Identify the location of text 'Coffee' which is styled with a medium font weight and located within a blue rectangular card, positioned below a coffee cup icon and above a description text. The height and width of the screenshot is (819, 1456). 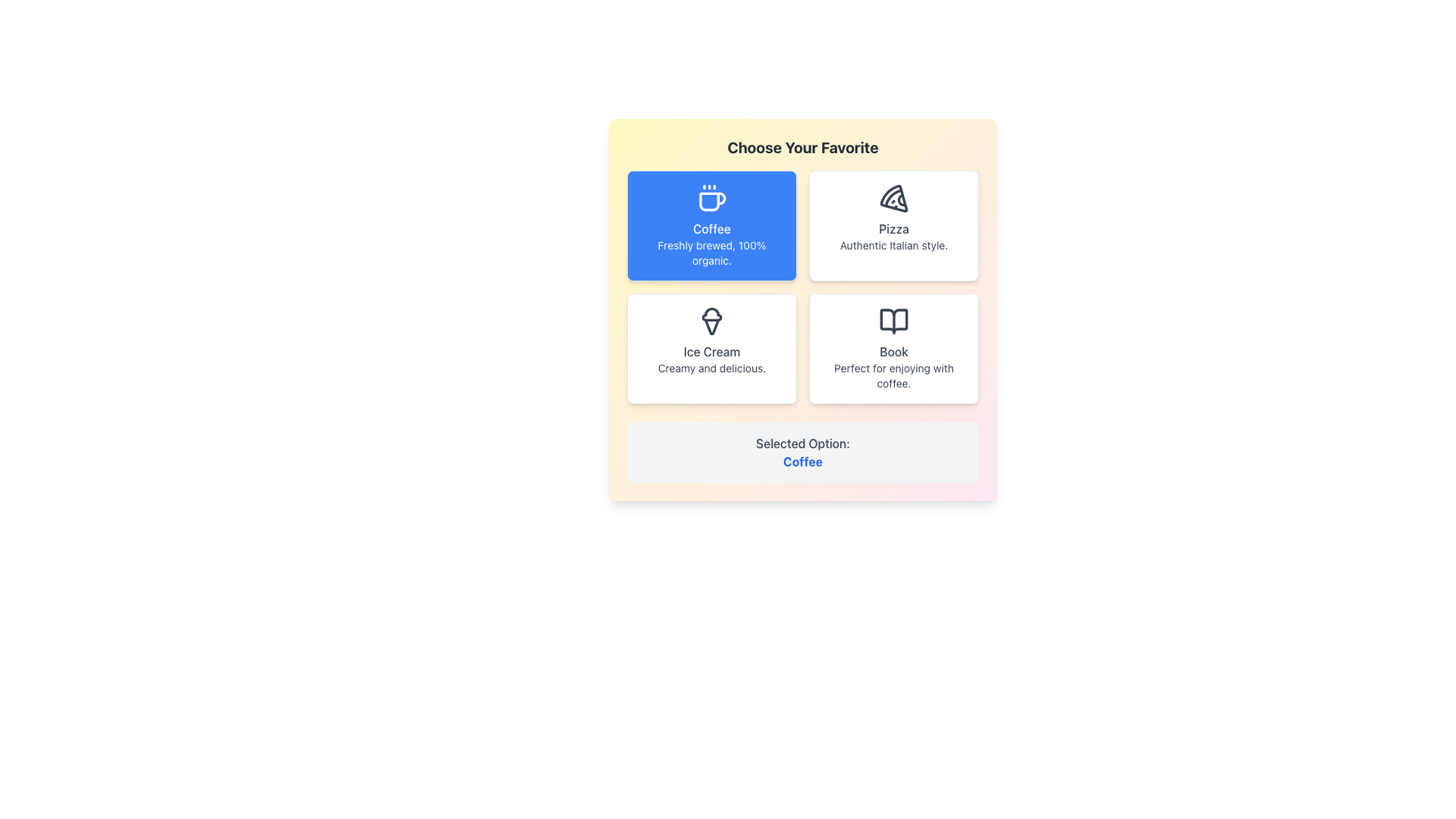
(711, 228).